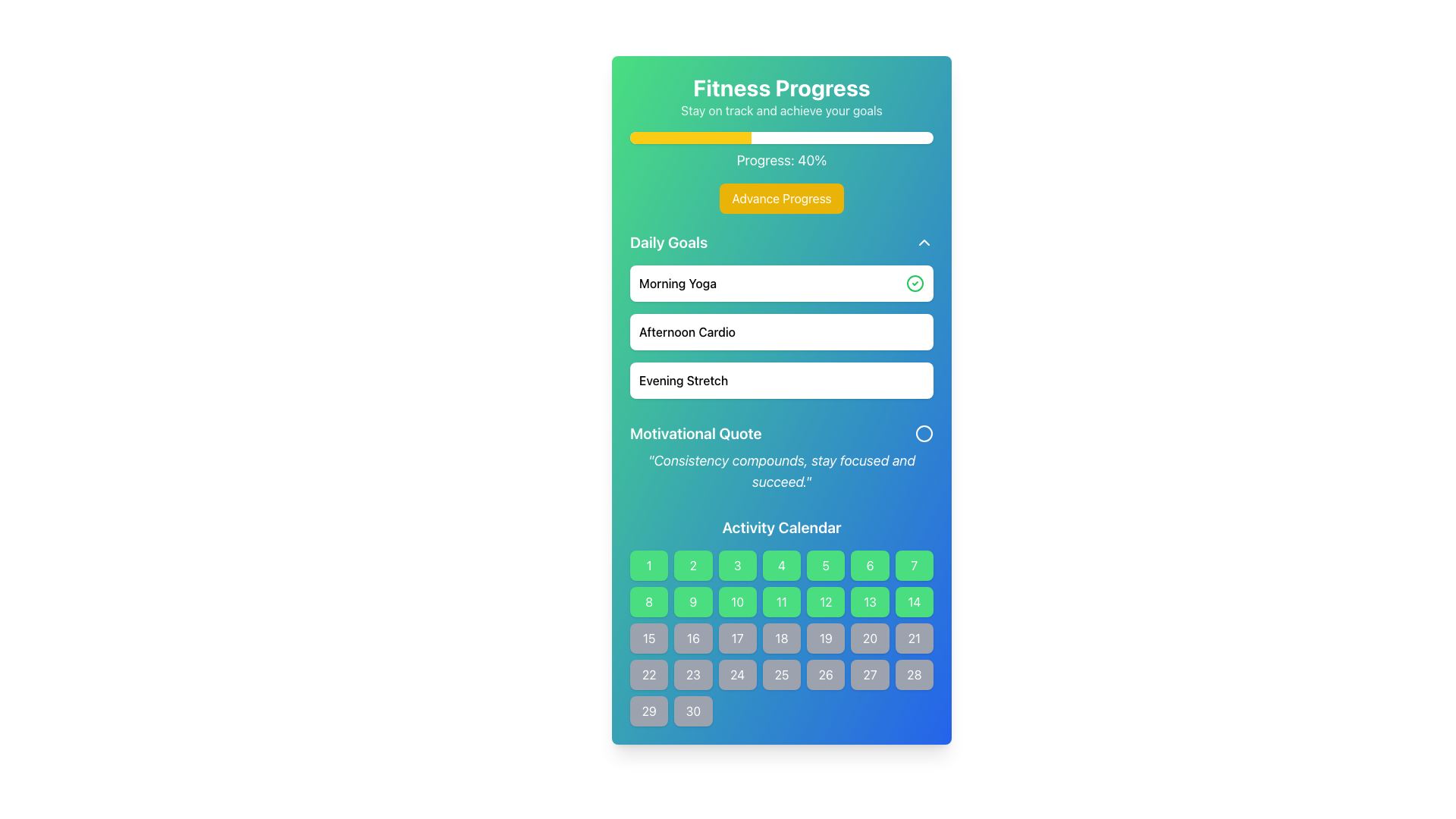 This screenshot has width=1456, height=819. What do you see at coordinates (782, 137) in the screenshot?
I see `the visual representation of the fitness progress indicated by the progress bar located between 'Fitness Progress' and 'Progress: 40%'` at bounding box center [782, 137].